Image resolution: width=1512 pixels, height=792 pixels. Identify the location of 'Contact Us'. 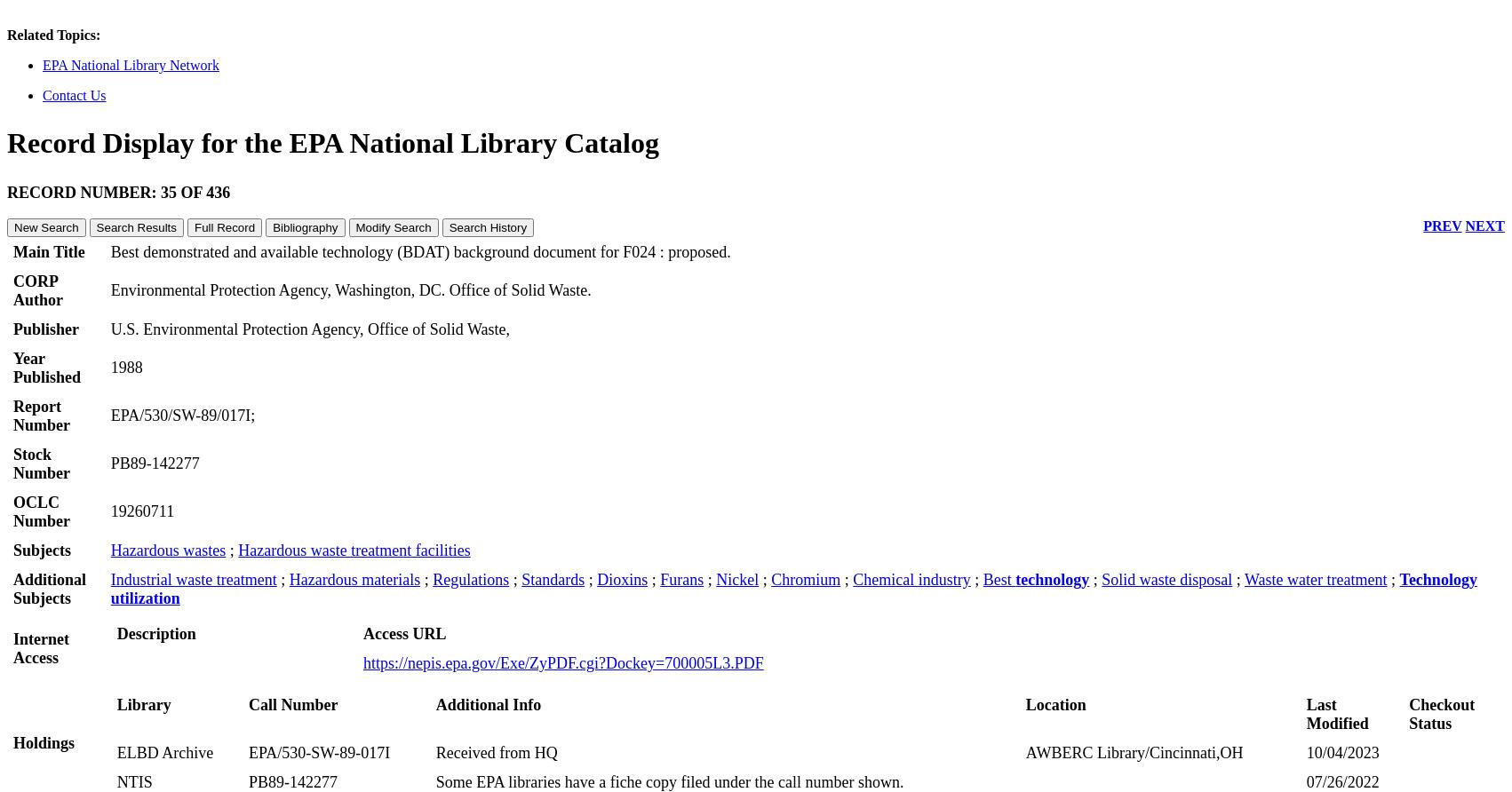
(74, 94).